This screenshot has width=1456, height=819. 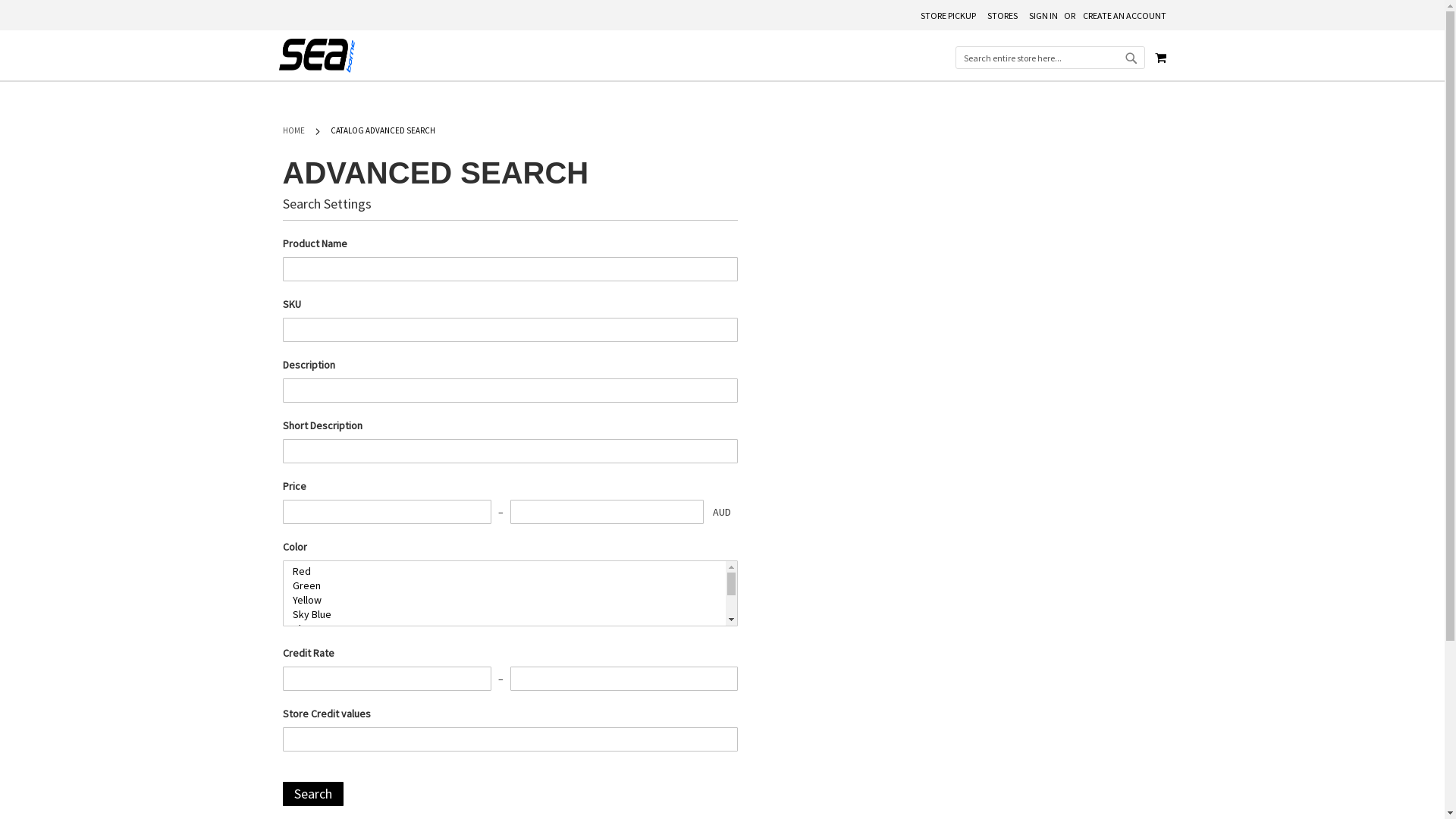 What do you see at coordinates (1041, 16) in the screenshot?
I see `'SIGN IN'` at bounding box center [1041, 16].